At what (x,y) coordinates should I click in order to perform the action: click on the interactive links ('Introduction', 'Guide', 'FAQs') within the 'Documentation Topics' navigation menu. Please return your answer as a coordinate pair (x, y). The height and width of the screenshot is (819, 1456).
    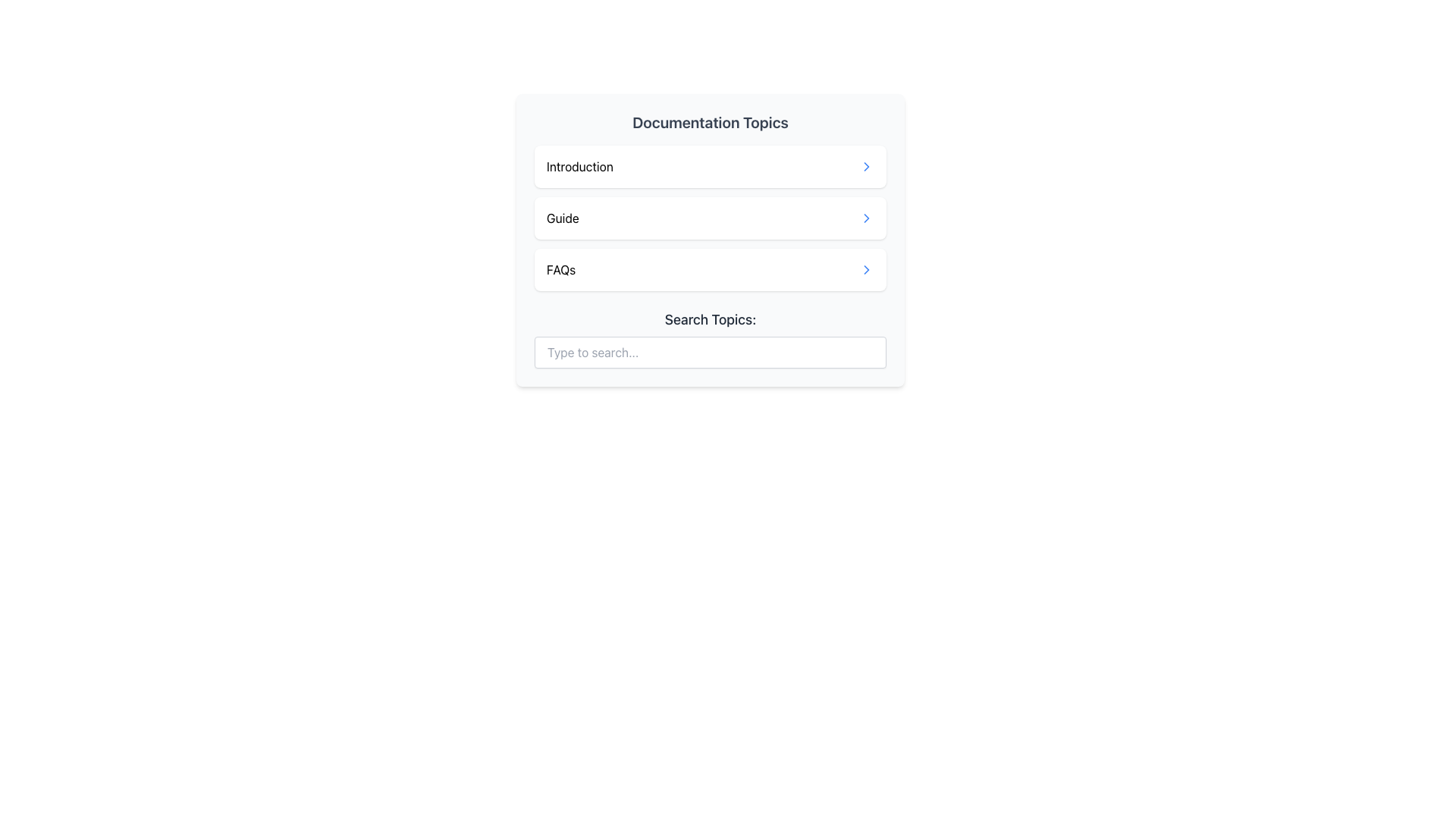
    Looking at the image, I should click on (709, 239).